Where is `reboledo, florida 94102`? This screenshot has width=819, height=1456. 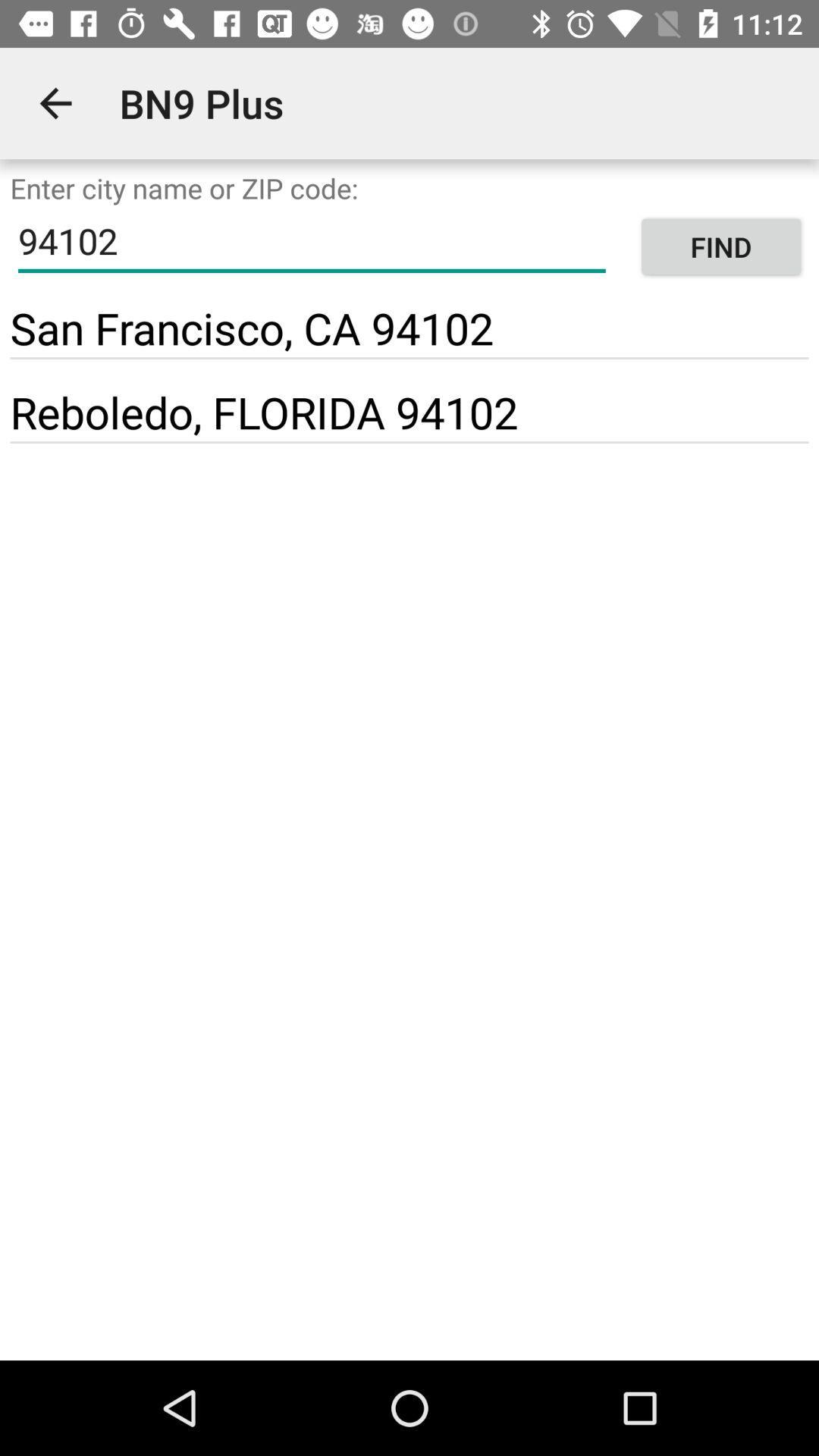
reboledo, florida 94102 is located at coordinates (263, 412).